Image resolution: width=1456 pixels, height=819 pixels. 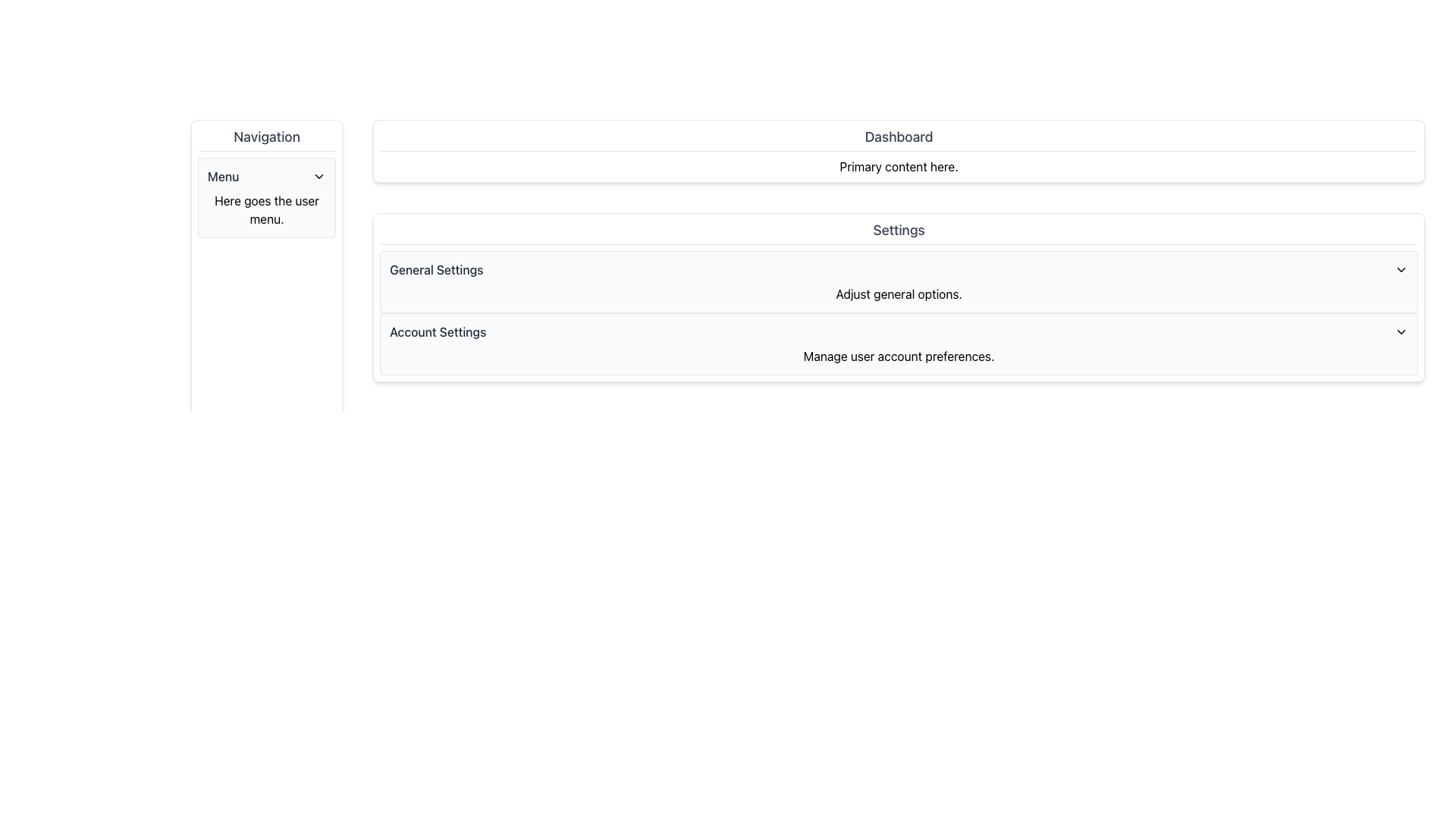 I want to click on the 'Account Settings' text label, which is displayed in gray and is part of the 'Settings' section, located below the 'Settings' header, so click(x=437, y=331).